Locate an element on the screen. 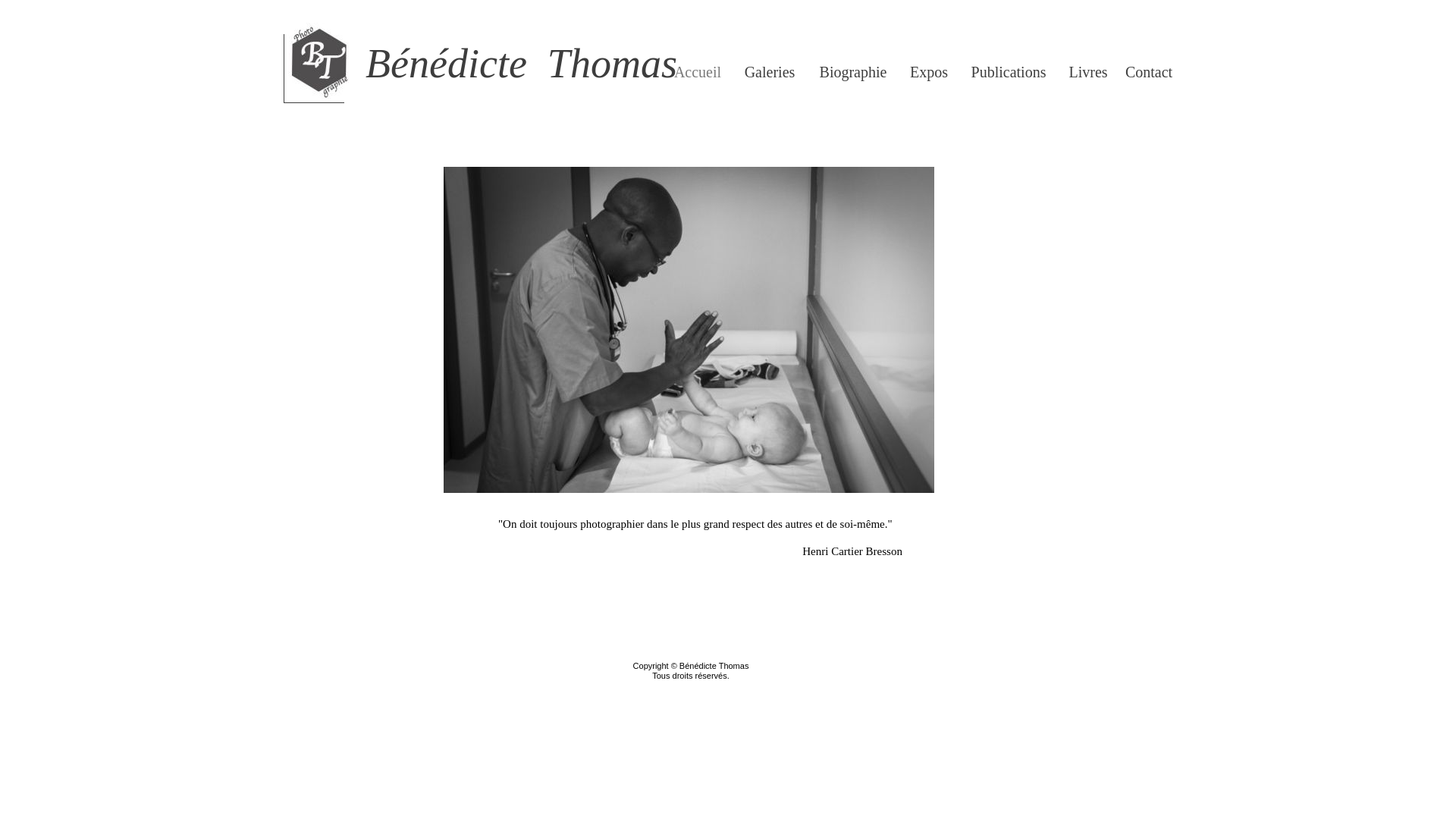  'Accueil' is located at coordinates (673, 72).